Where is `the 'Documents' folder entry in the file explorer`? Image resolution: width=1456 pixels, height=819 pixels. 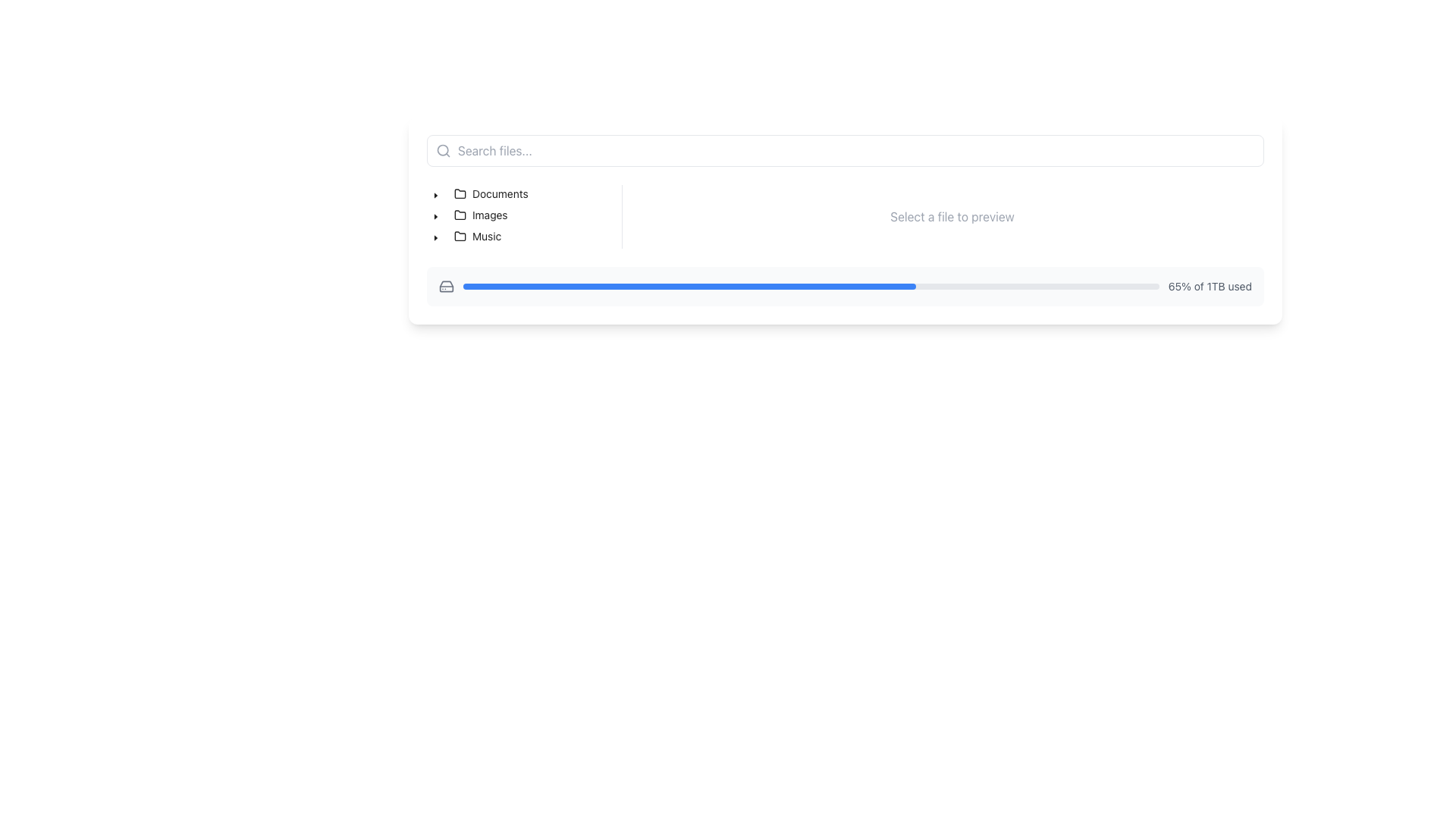
the 'Documents' folder entry in the file explorer is located at coordinates (491, 193).